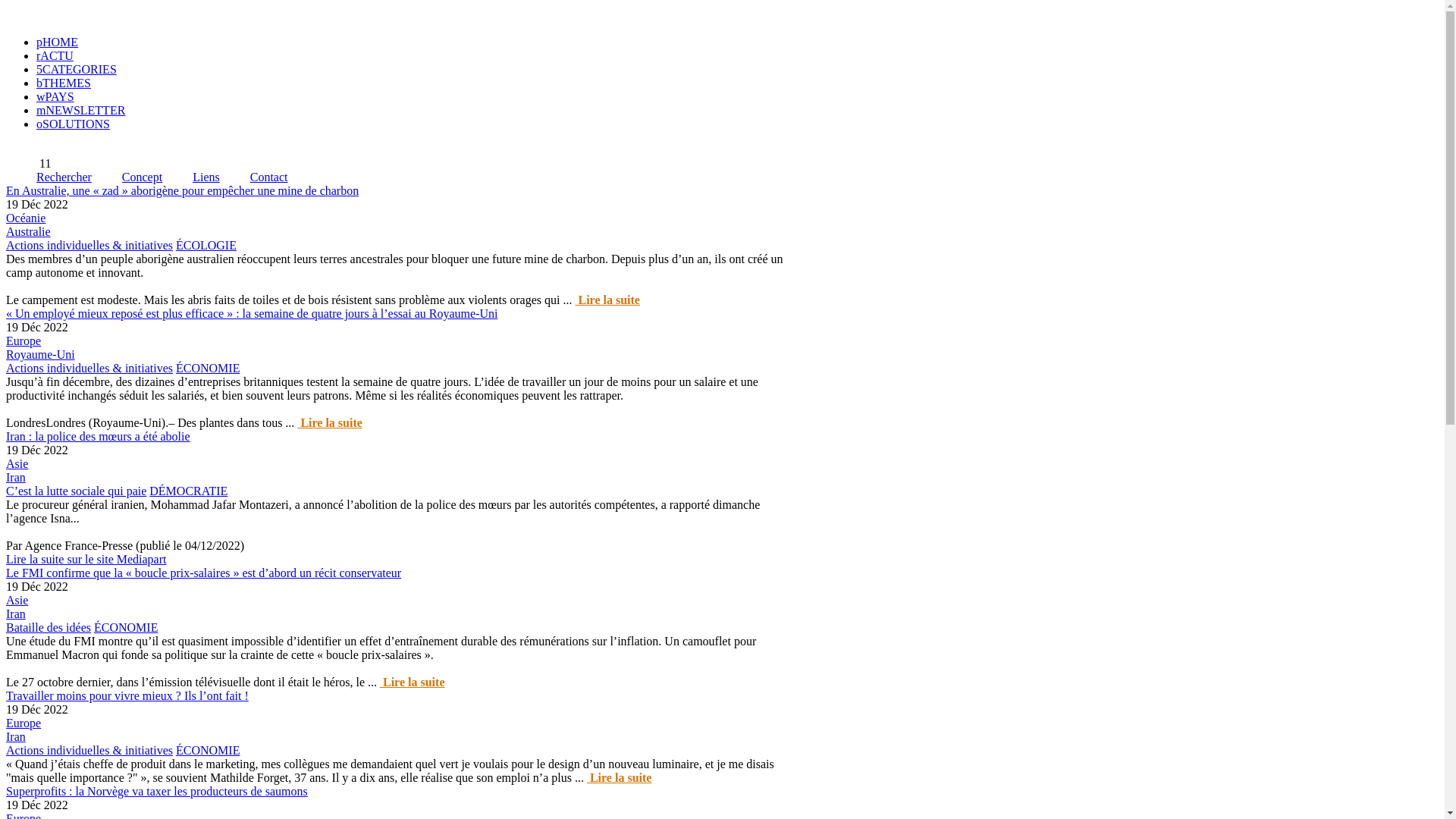 The height and width of the screenshot is (819, 1456). I want to click on ' Lire la suite', so click(328, 422).